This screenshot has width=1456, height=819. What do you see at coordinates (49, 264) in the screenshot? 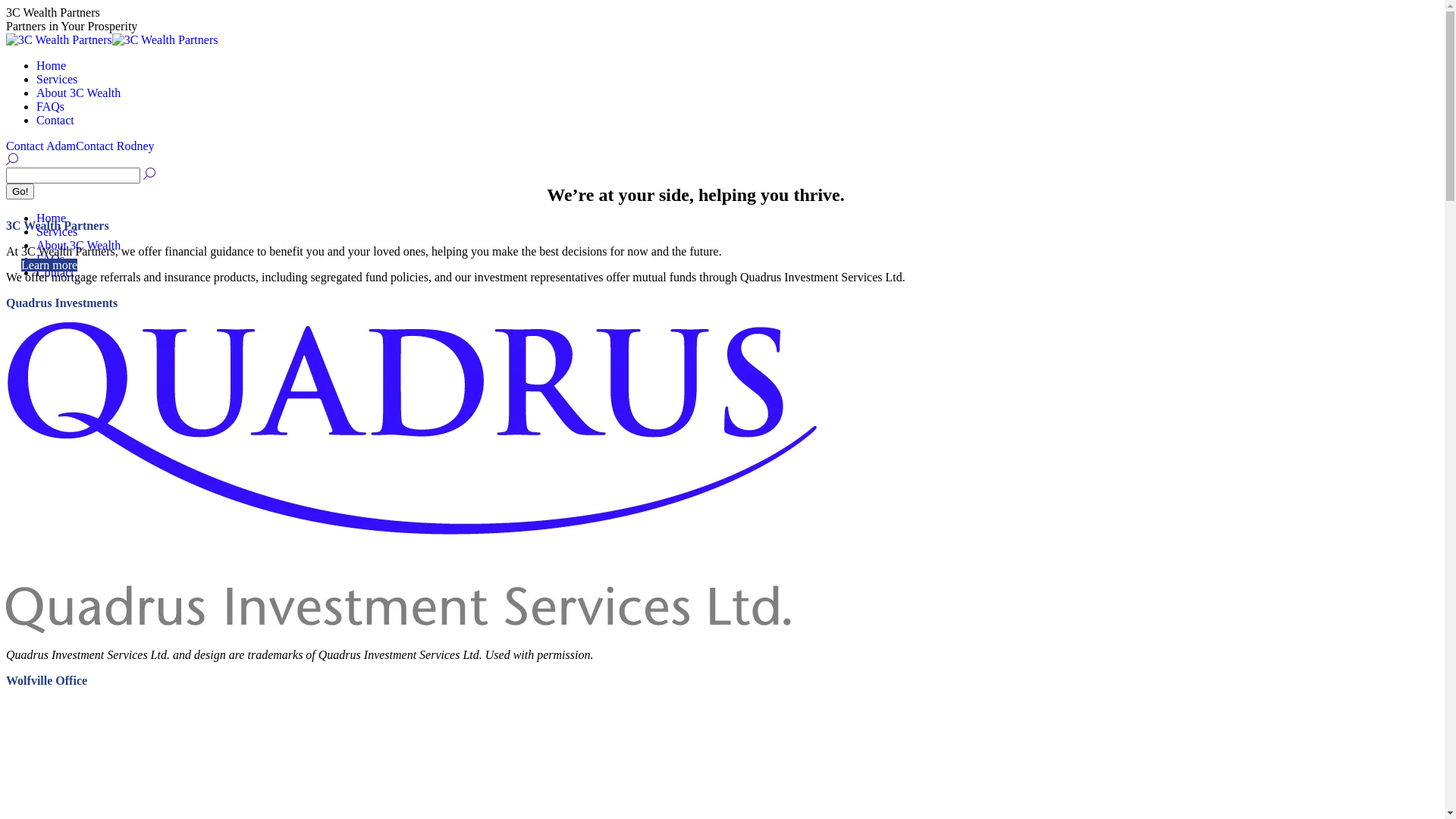
I see `'Learn more'` at bounding box center [49, 264].